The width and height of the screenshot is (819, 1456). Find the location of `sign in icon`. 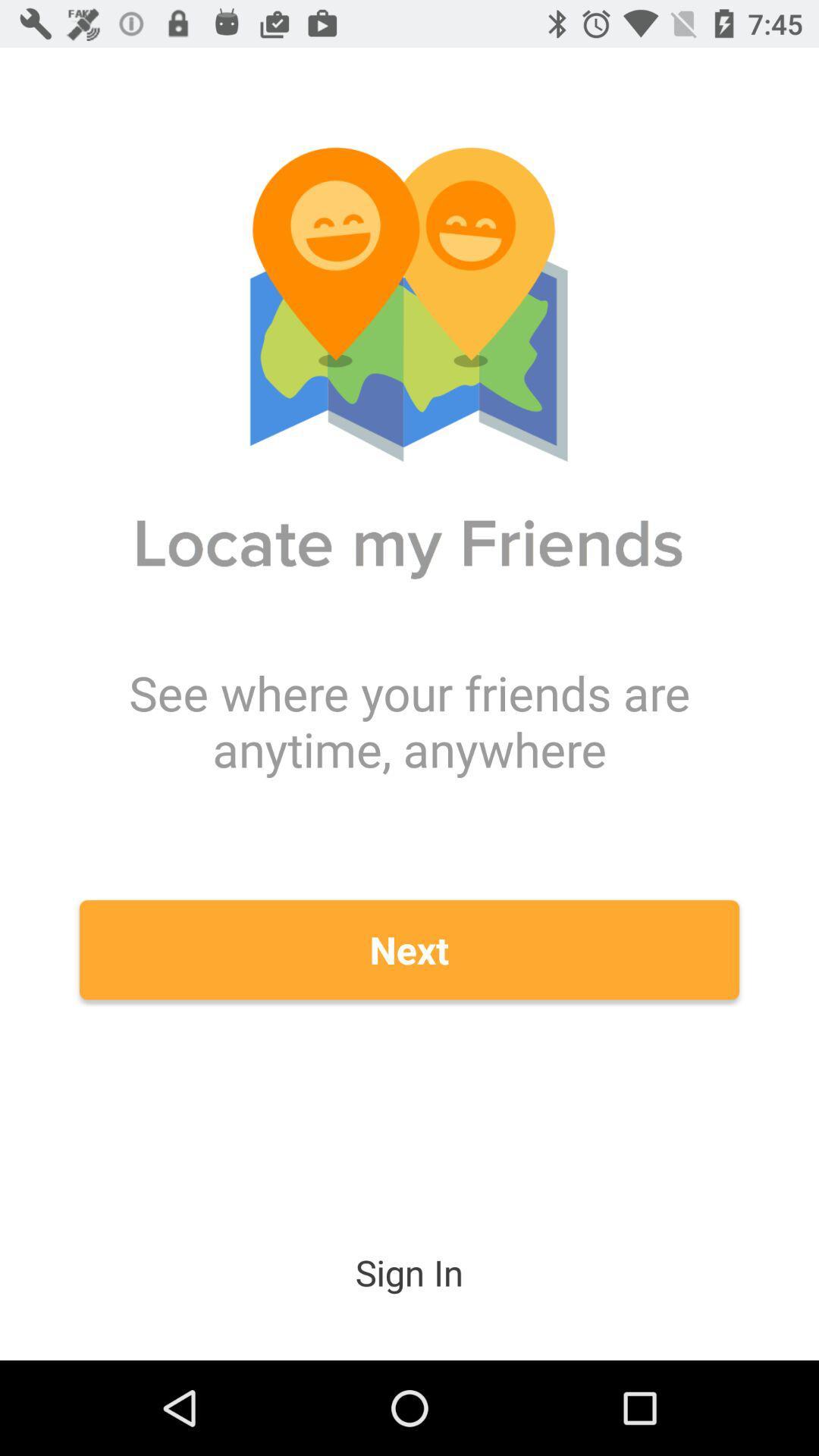

sign in icon is located at coordinates (409, 1272).